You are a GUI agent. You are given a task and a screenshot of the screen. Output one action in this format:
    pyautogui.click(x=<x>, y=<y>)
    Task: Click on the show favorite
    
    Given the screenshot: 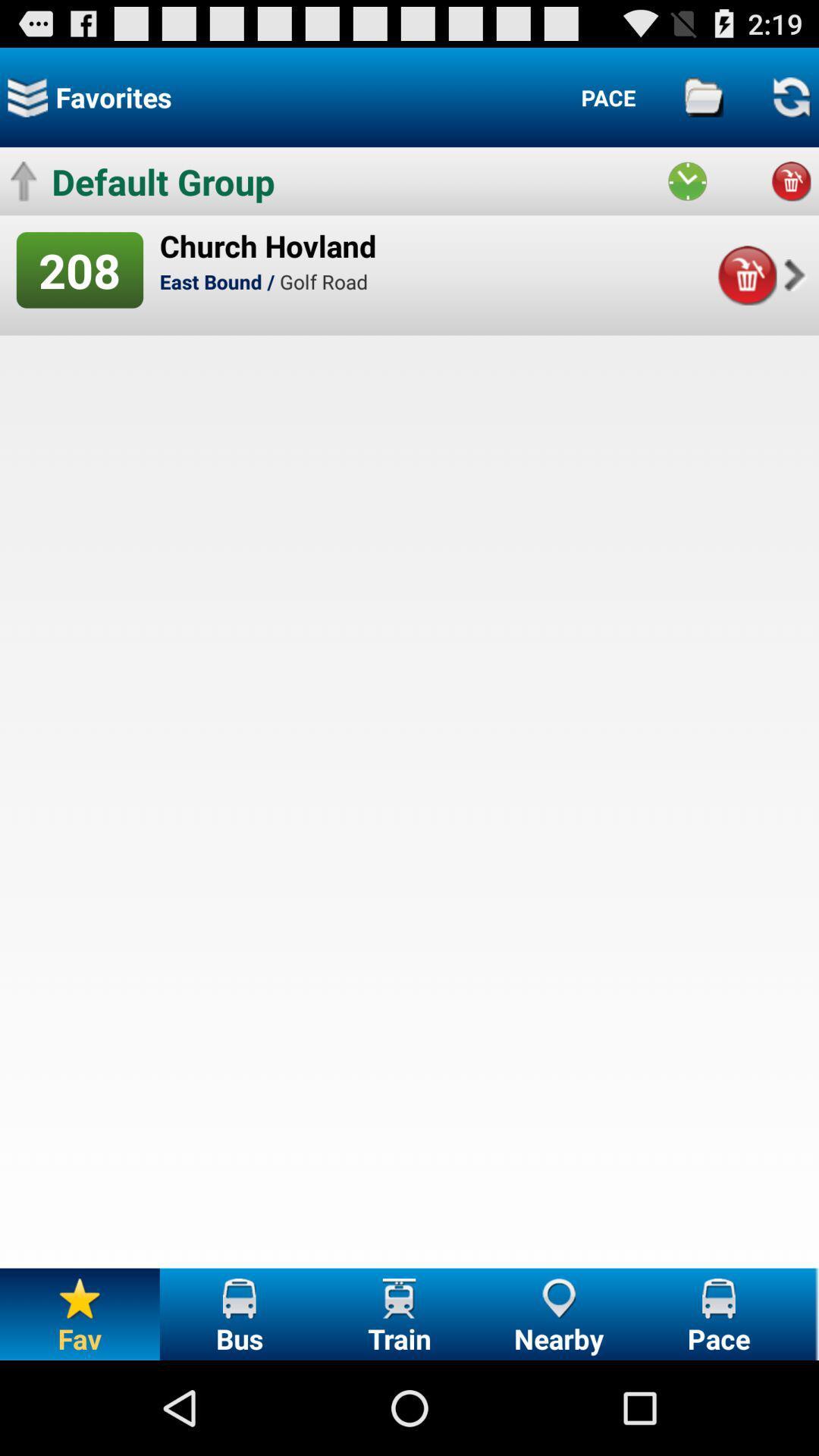 What is the action you would take?
    pyautogui.click(x=27, y=96)
    